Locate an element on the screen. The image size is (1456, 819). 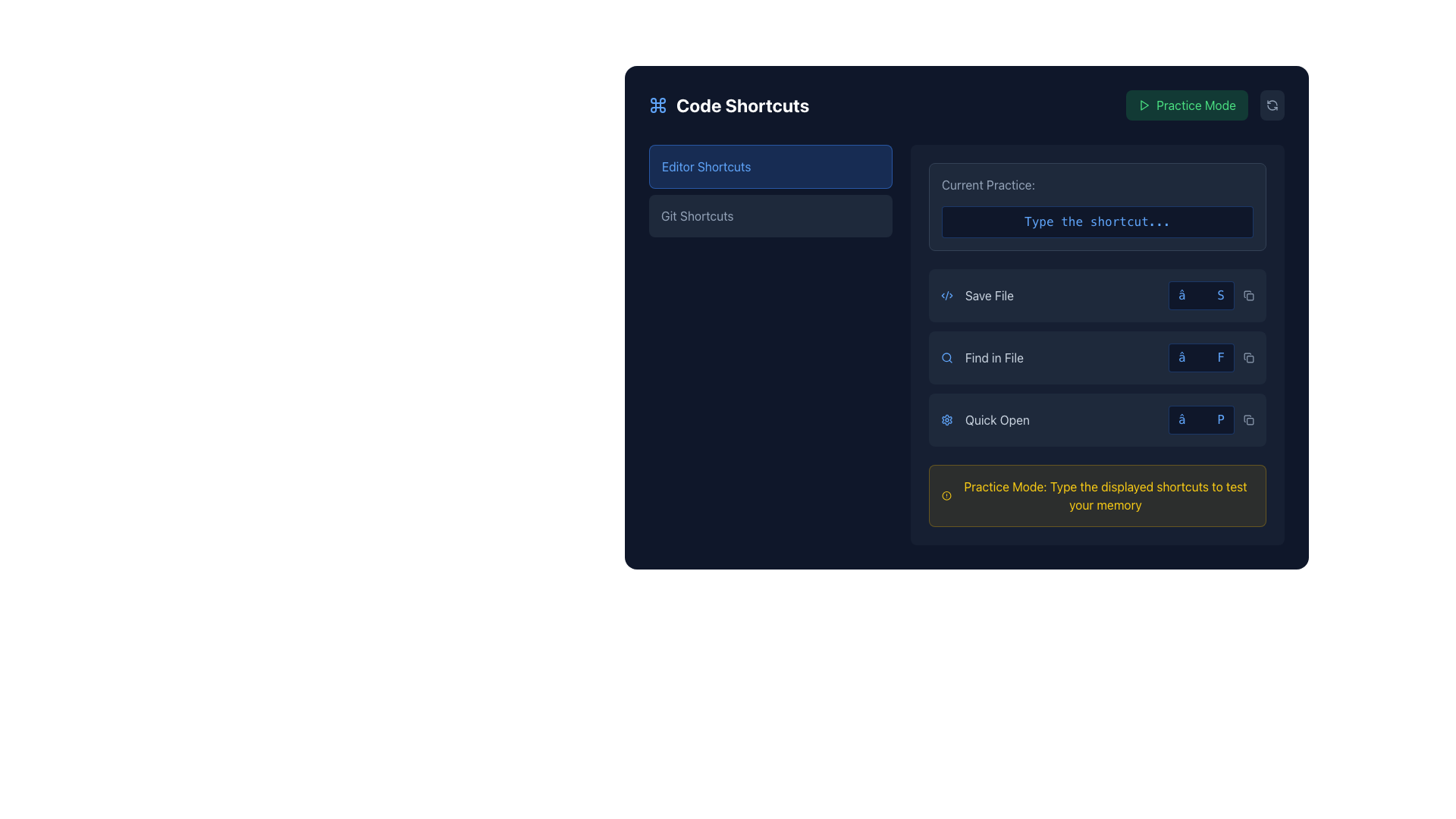
the 'Find in File' button, which features a magnifying glass icon and is positioned below 'Save File' and above 'Quick Open' in the center-right area of the interface is located at coordinates (982, 357).